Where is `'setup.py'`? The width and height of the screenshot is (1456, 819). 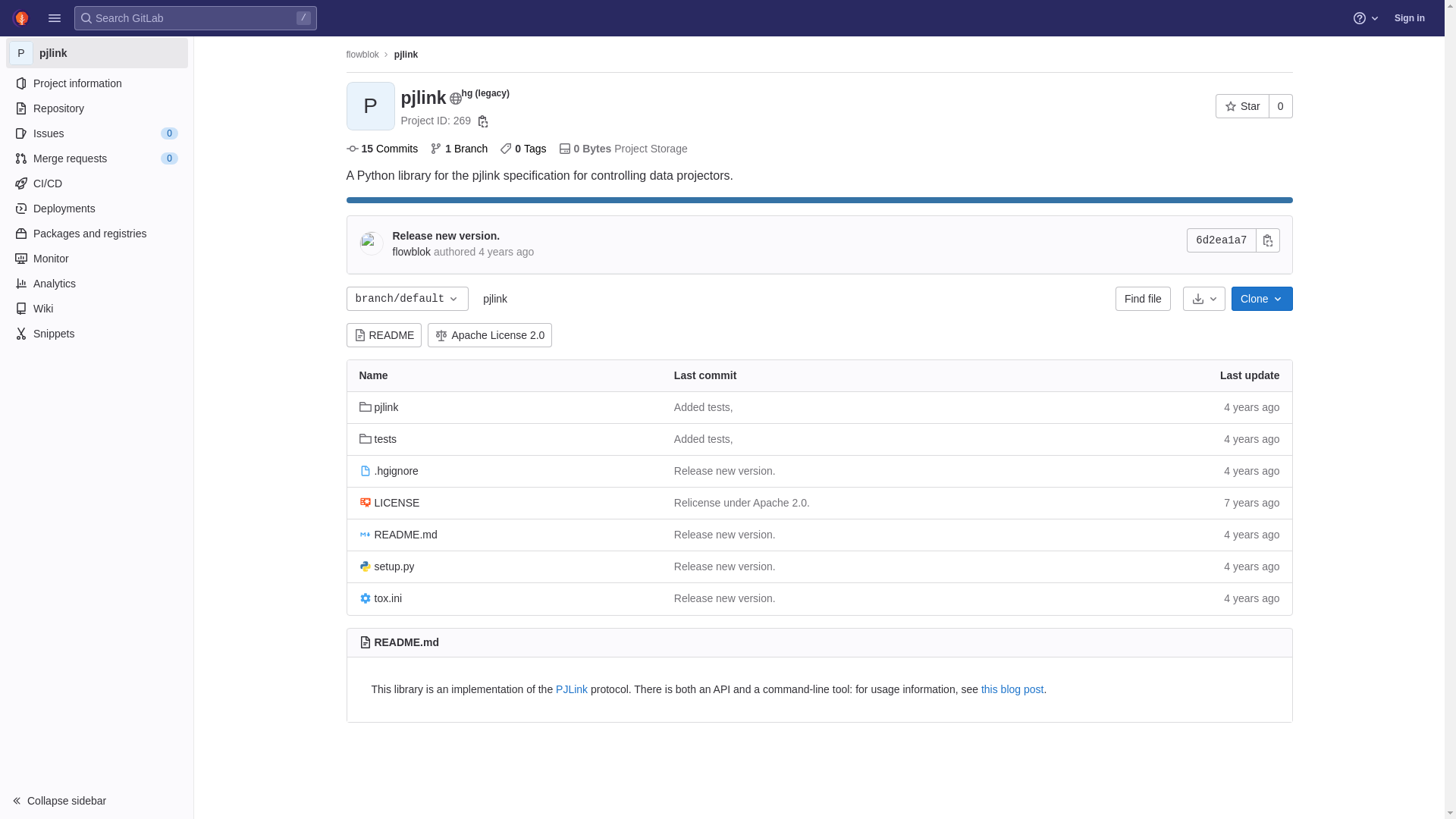 'setup.py' is located at coordinates (387, 566).